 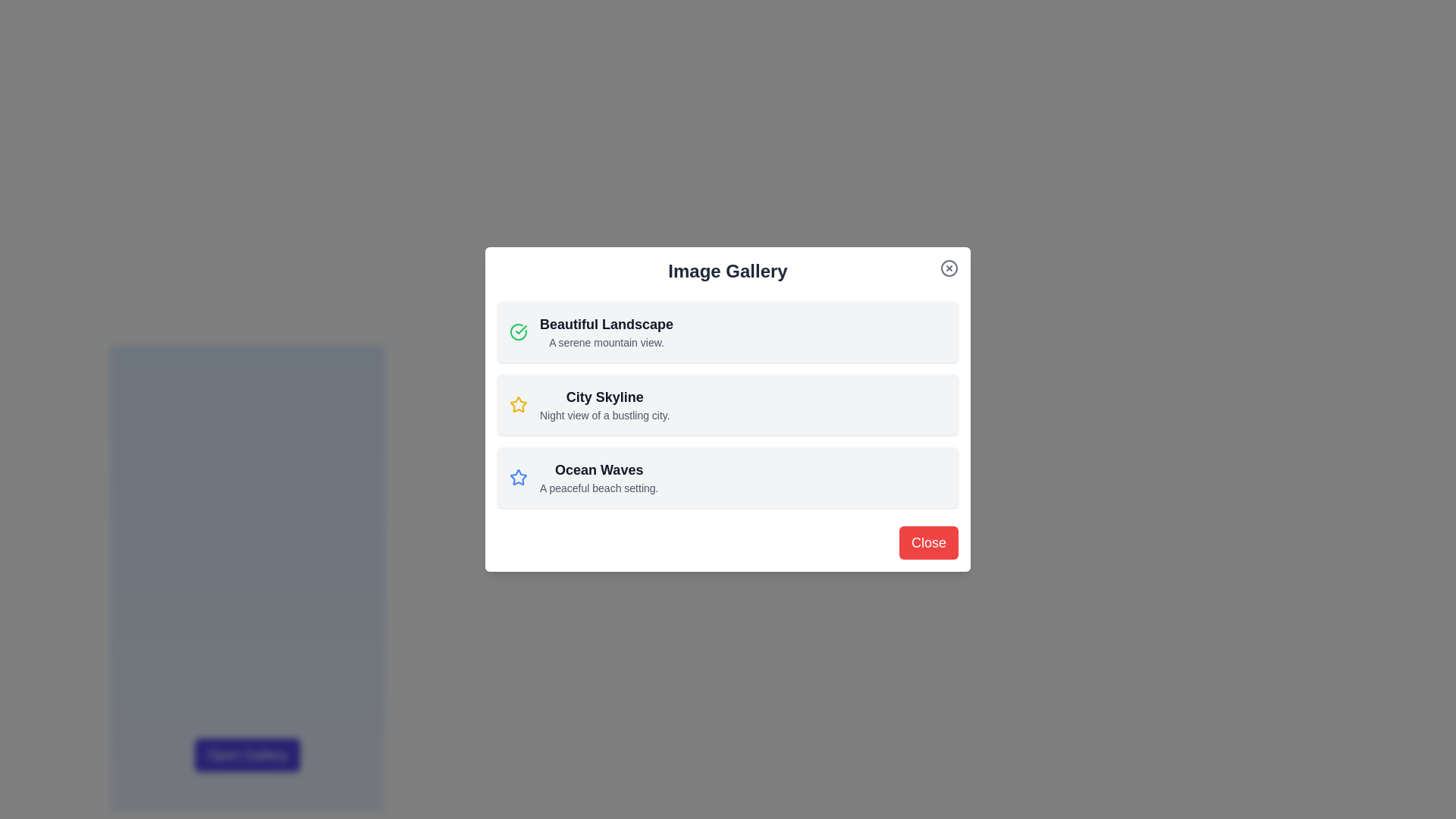 I want to click on the descriptive text element located directly below the title 'Beautiful Landscape' in the first entry of the vertical list of items within the dialog box, so click(x=607, y=342).